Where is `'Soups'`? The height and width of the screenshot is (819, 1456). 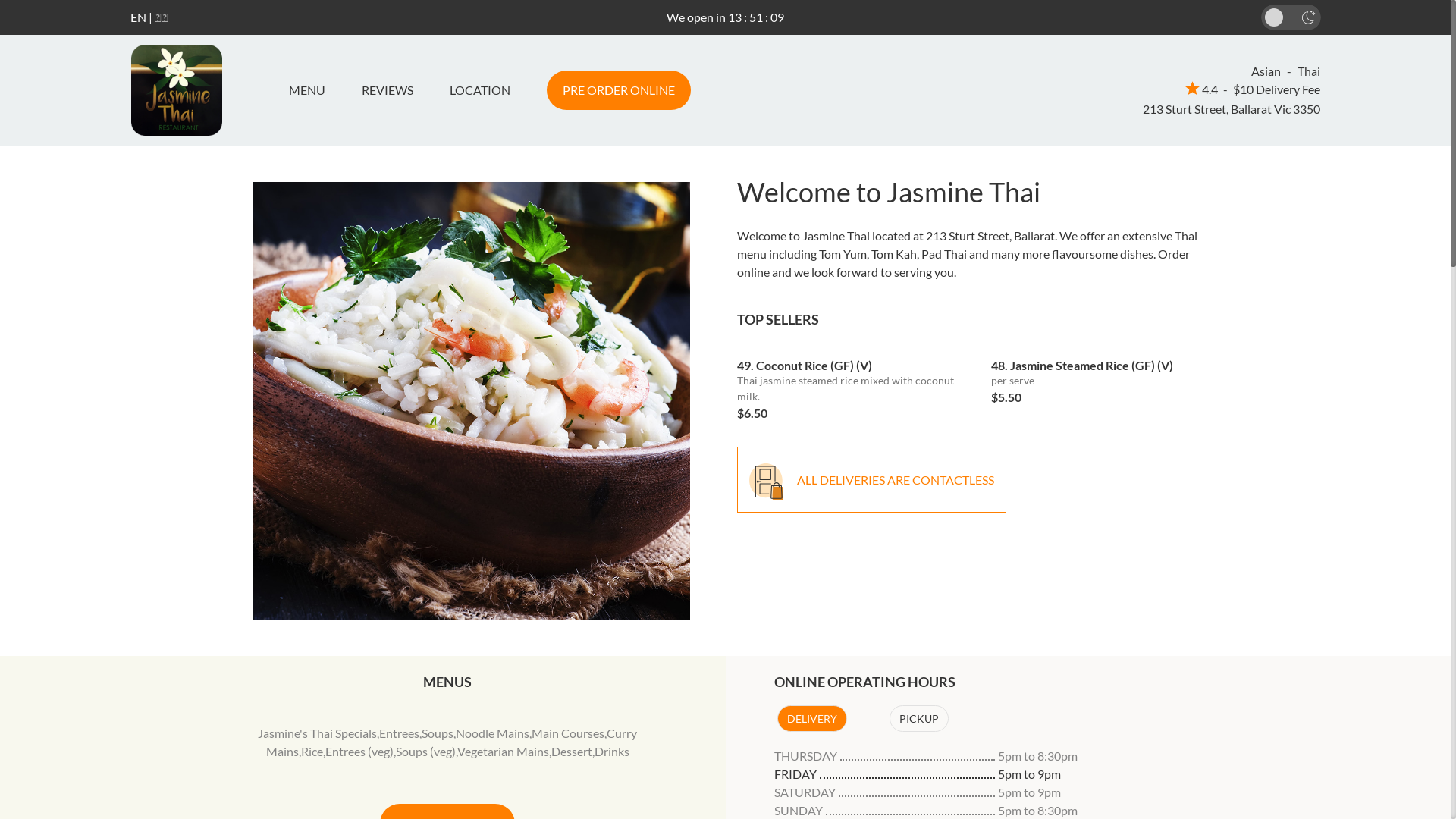 'Soups' is located at coordinates (436, 732).